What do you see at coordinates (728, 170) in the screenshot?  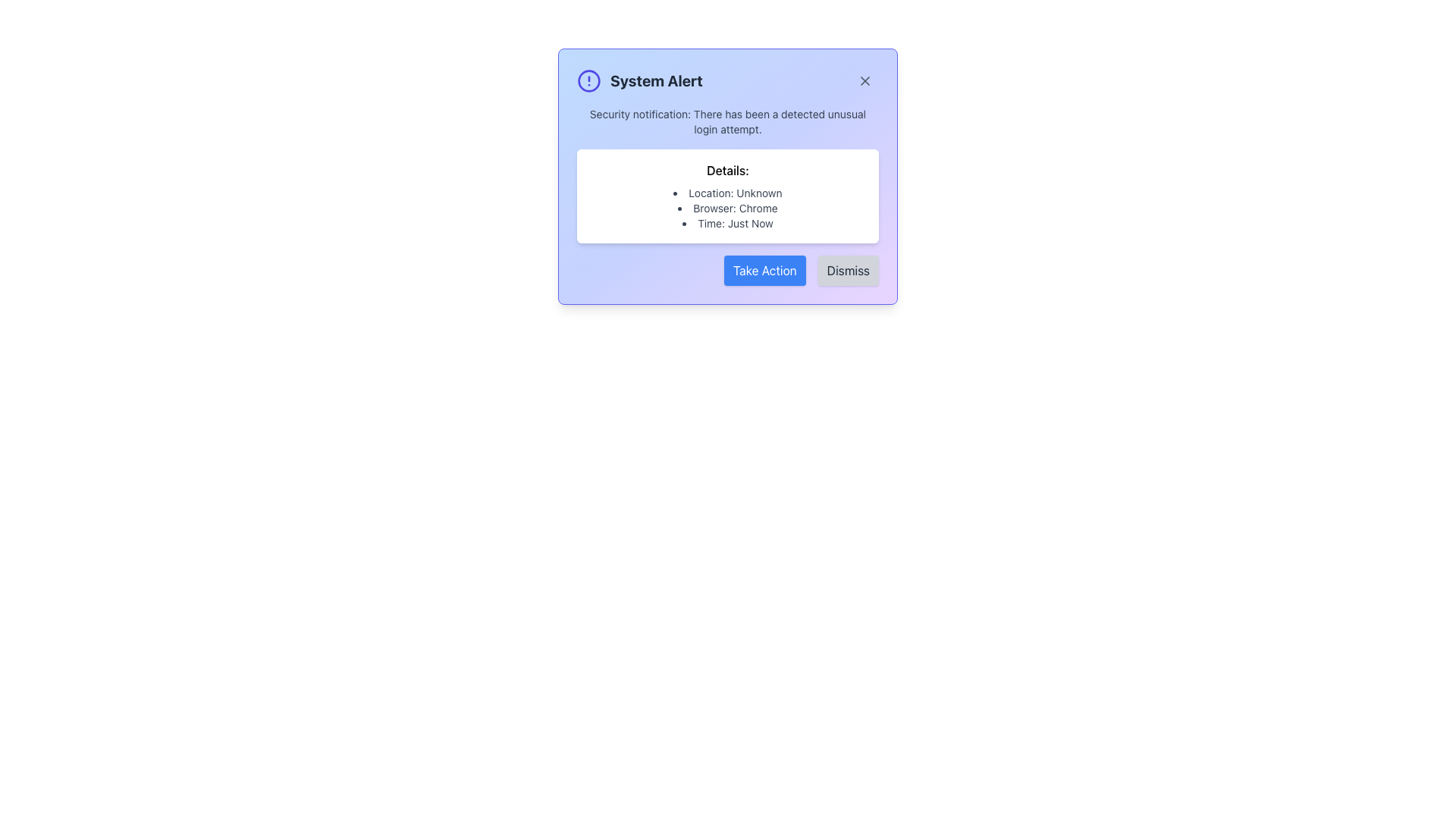 I see `the text label displaying 'Details:' which is styled in bold black font, located at the top center of the white card above a bulleted list` at bounding box center [728, 170].